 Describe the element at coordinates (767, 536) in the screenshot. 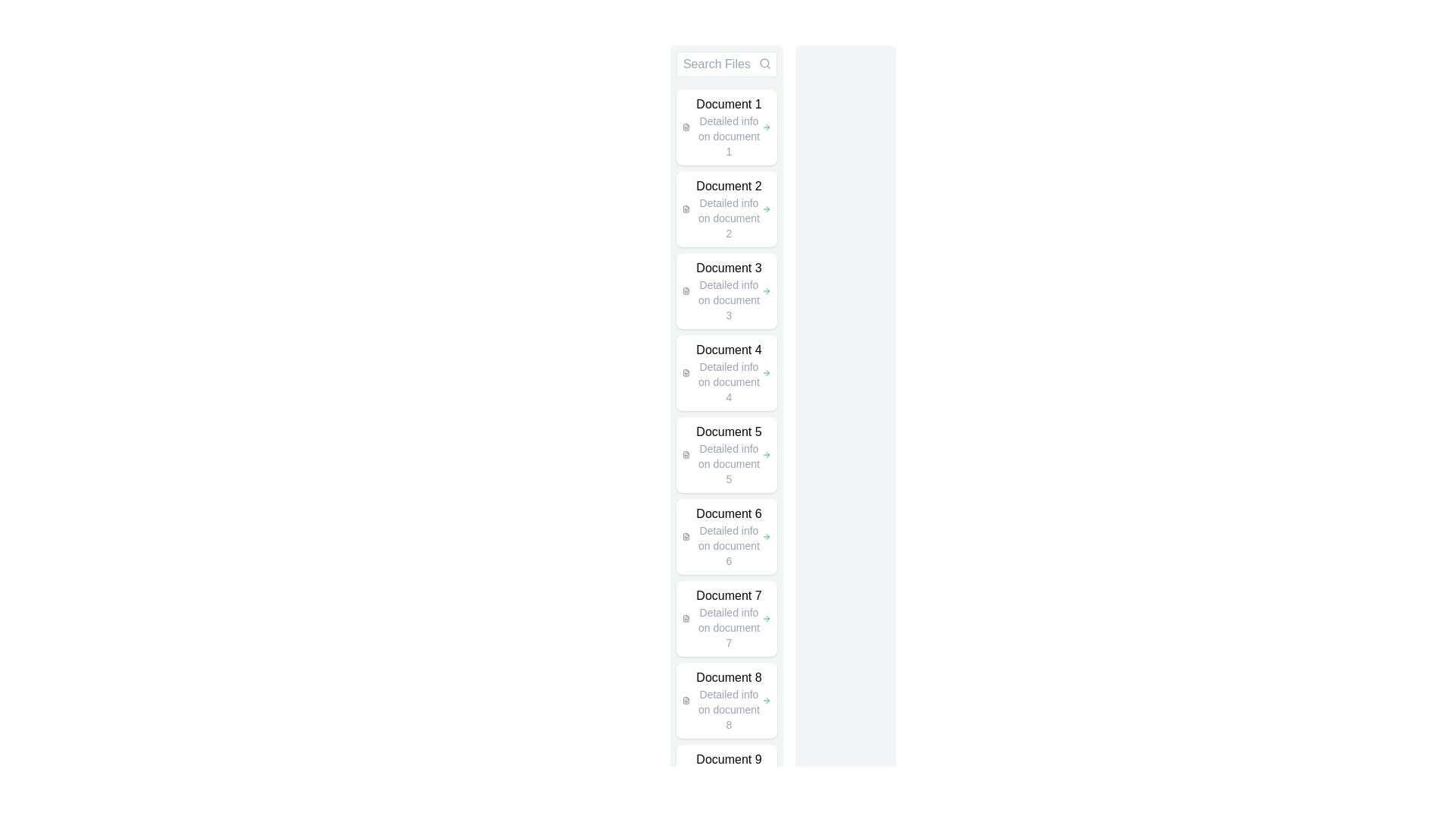

I see `the arrow icon next to 'Detailed info on document 6'` at that location.